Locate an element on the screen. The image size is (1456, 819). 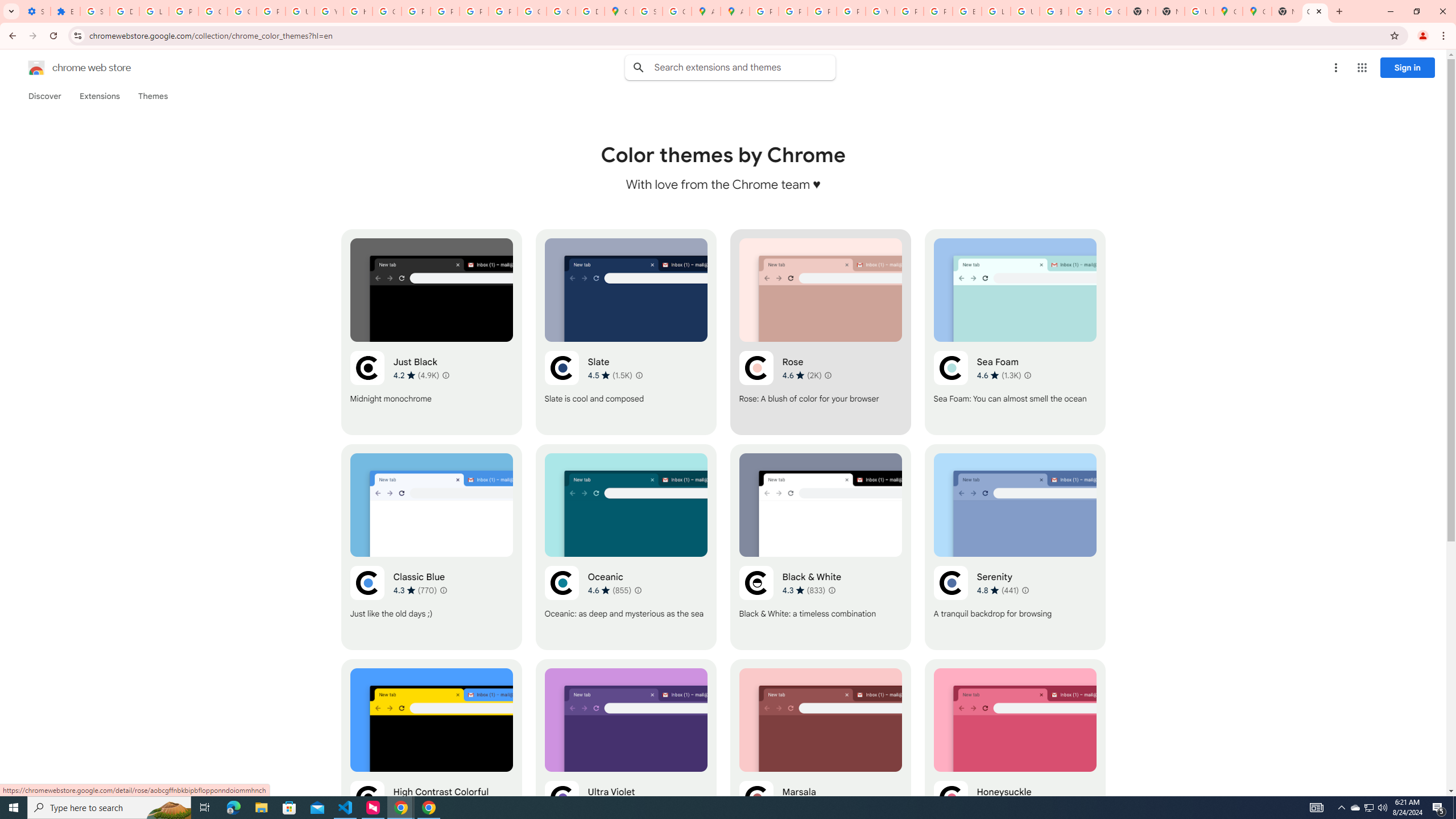
'Privacy Help Center - Policies Help' is located at coordinates (821, 11).